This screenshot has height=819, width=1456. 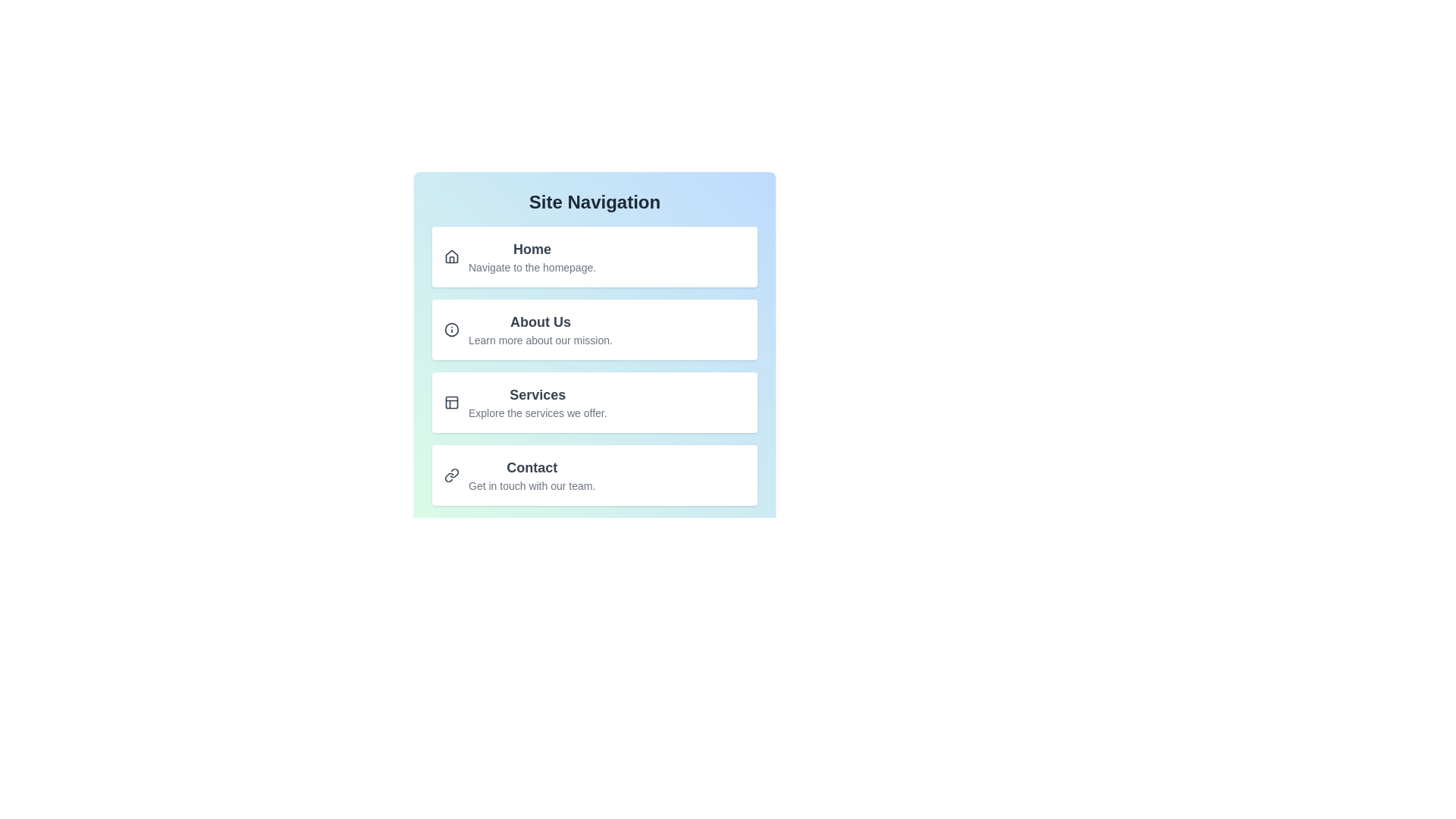 What do you see at coordinates (594, 329) in the screenshot?
I see `the clickable link labeled 'About Us' in the 'Site Navigation' menu` at bounding box center [594, 329].